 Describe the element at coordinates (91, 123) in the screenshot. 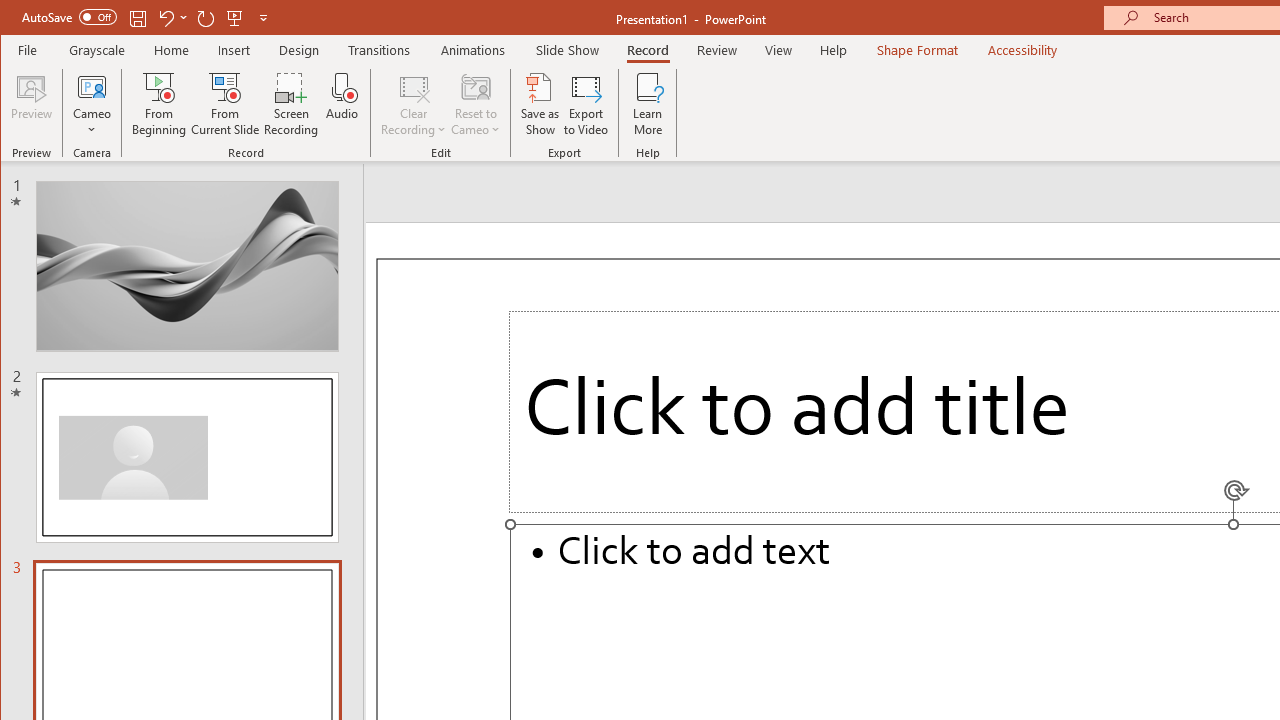

I see `'More Options'` at that location.